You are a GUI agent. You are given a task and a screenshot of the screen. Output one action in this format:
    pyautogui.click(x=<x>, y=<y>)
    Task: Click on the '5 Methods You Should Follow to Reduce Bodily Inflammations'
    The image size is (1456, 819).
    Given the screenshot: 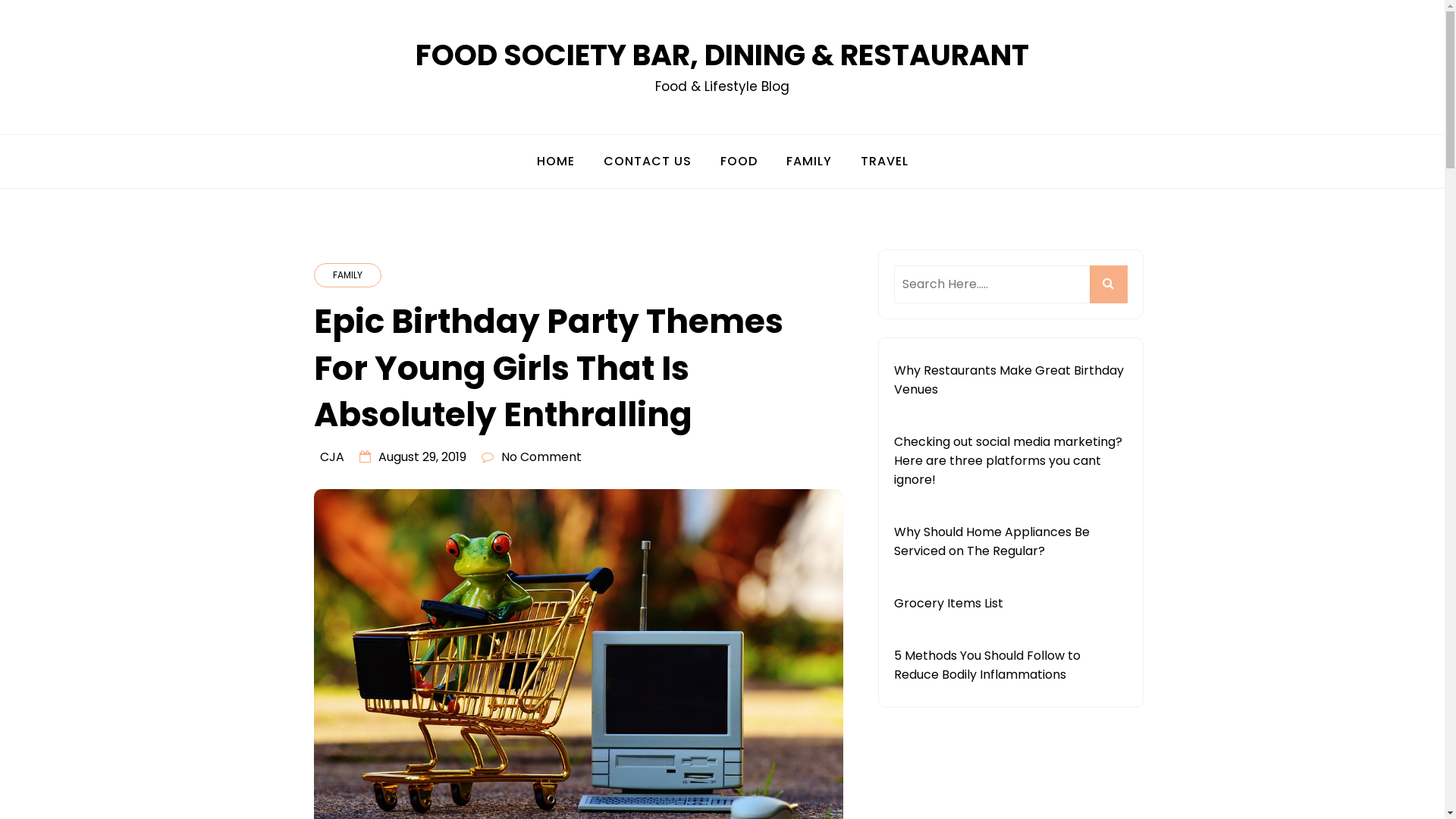 What is the action you would take?
    pyautogui.click(x=986, y=664)
    